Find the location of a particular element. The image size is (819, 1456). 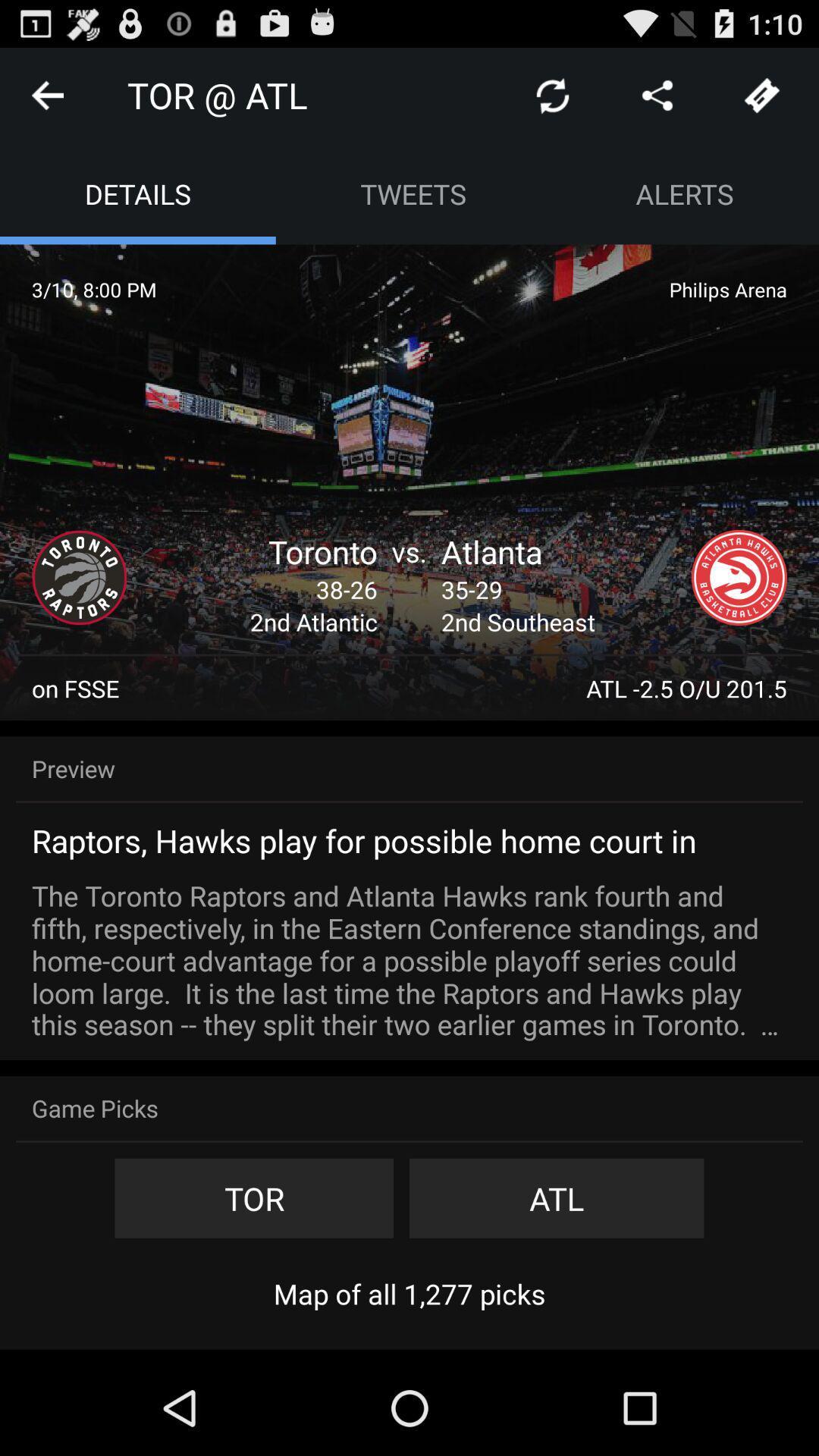

the icon above the alerts app is located at coordinates (657, 94).